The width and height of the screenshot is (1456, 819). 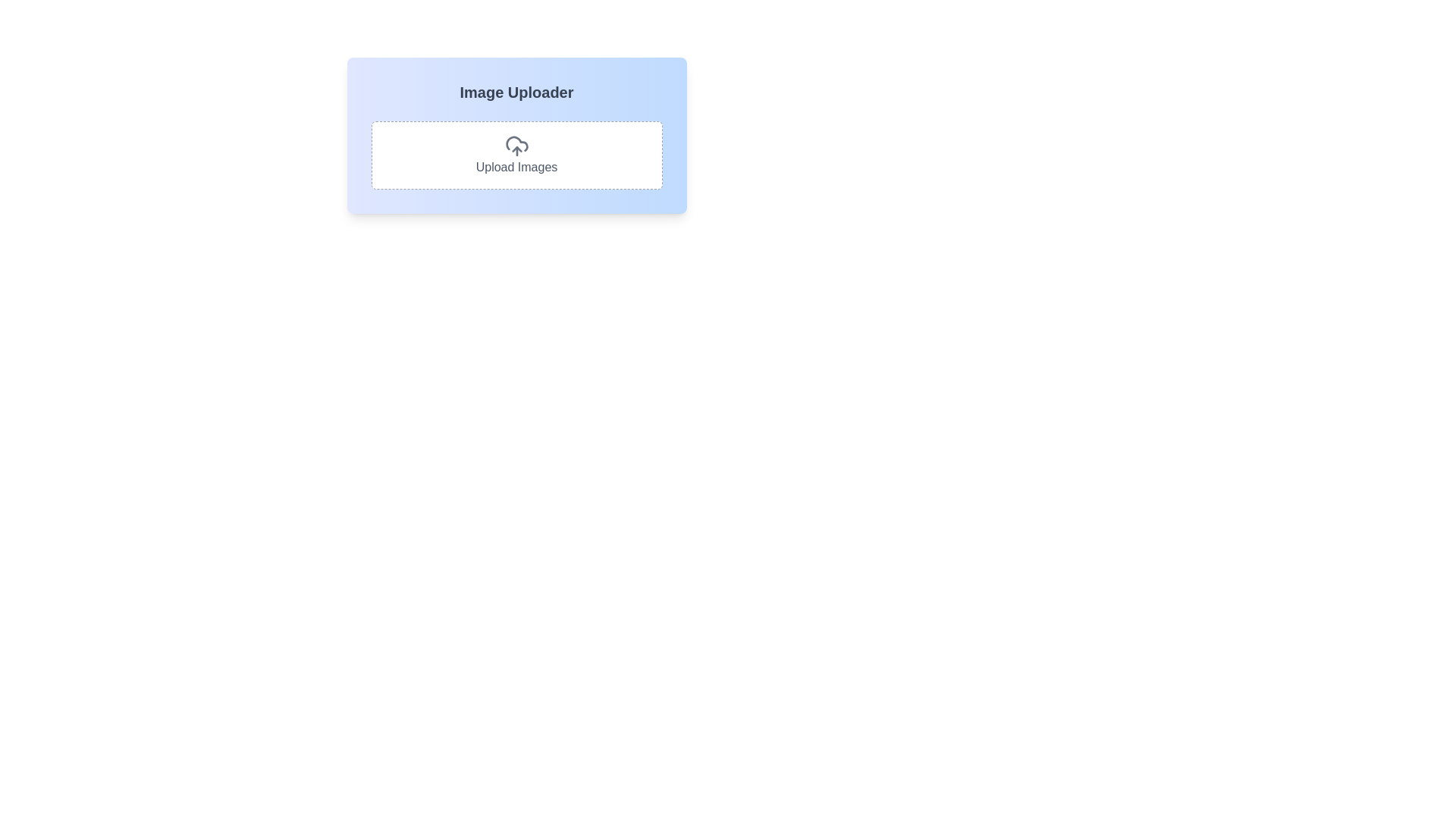 What do you see at coordinates (516, 134) in the screenshot?
I see `the File Uploader Component` at bounding box center [516, 134].